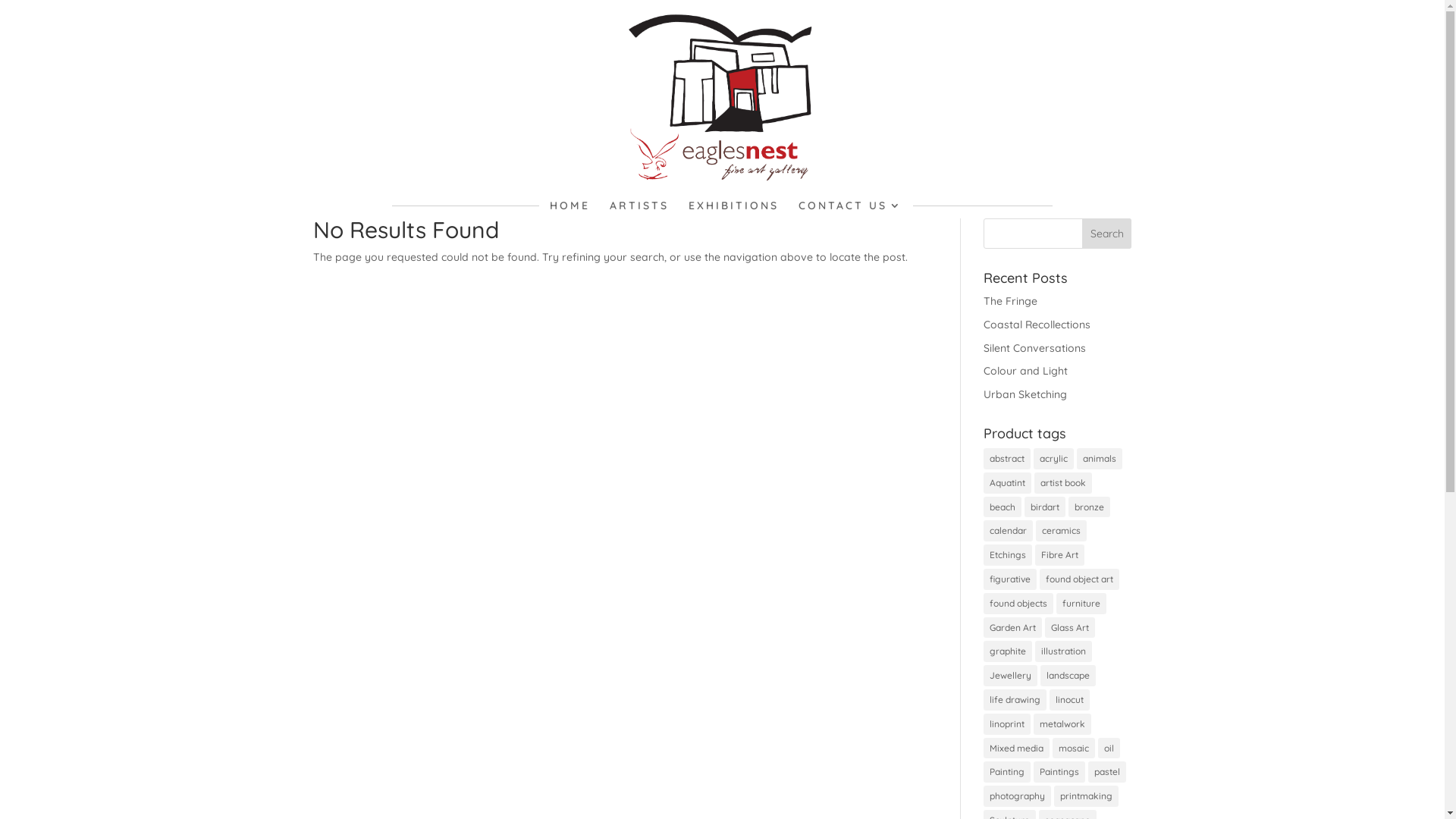 This screenshot has width=1456, height=819. What do you see at coordinates (1058, 772) in the screenshot?
I see `'Paintings'` at bounding box center [1058, 772].